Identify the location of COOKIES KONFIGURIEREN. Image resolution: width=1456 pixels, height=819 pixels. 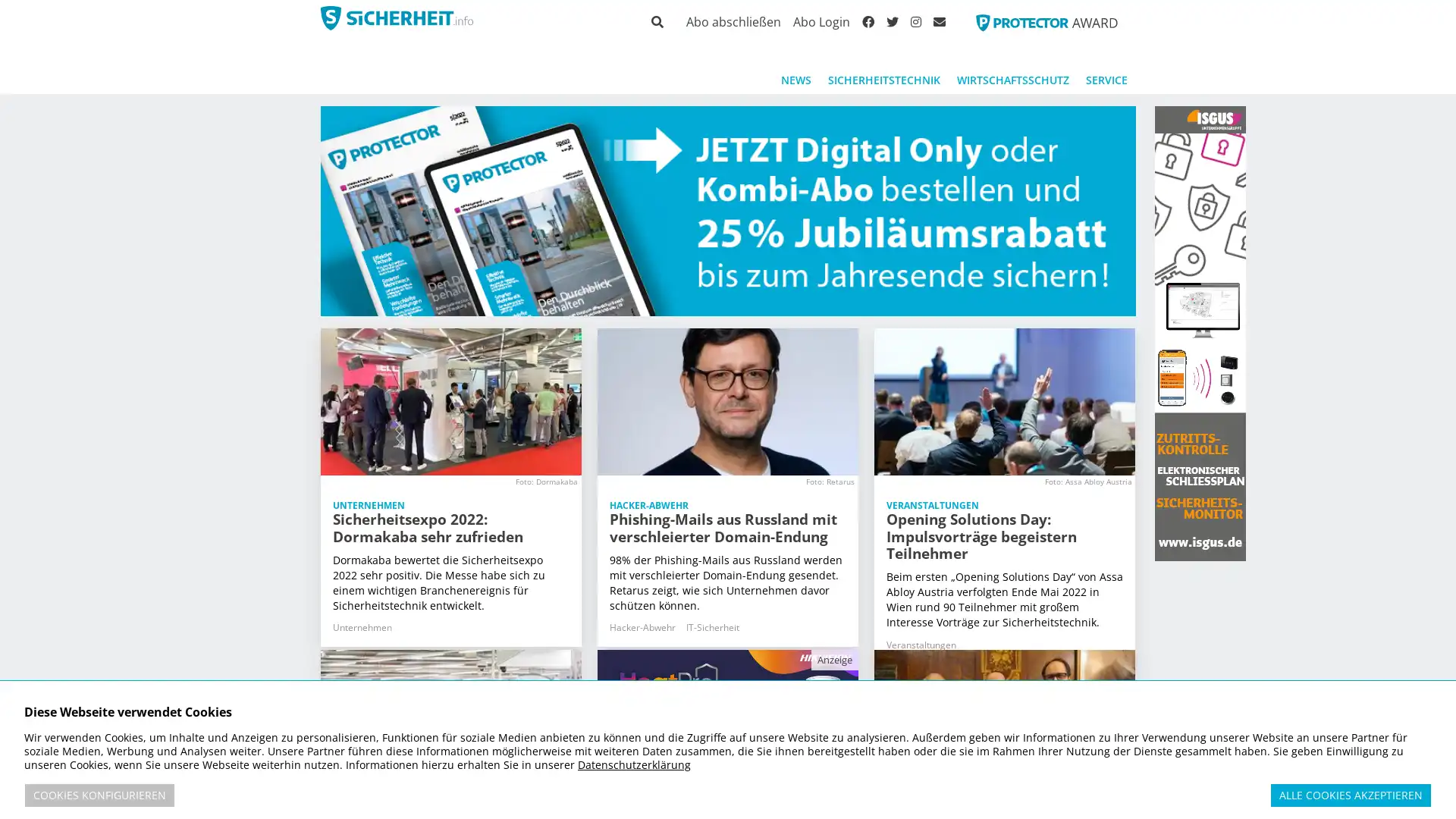
(99, 795).